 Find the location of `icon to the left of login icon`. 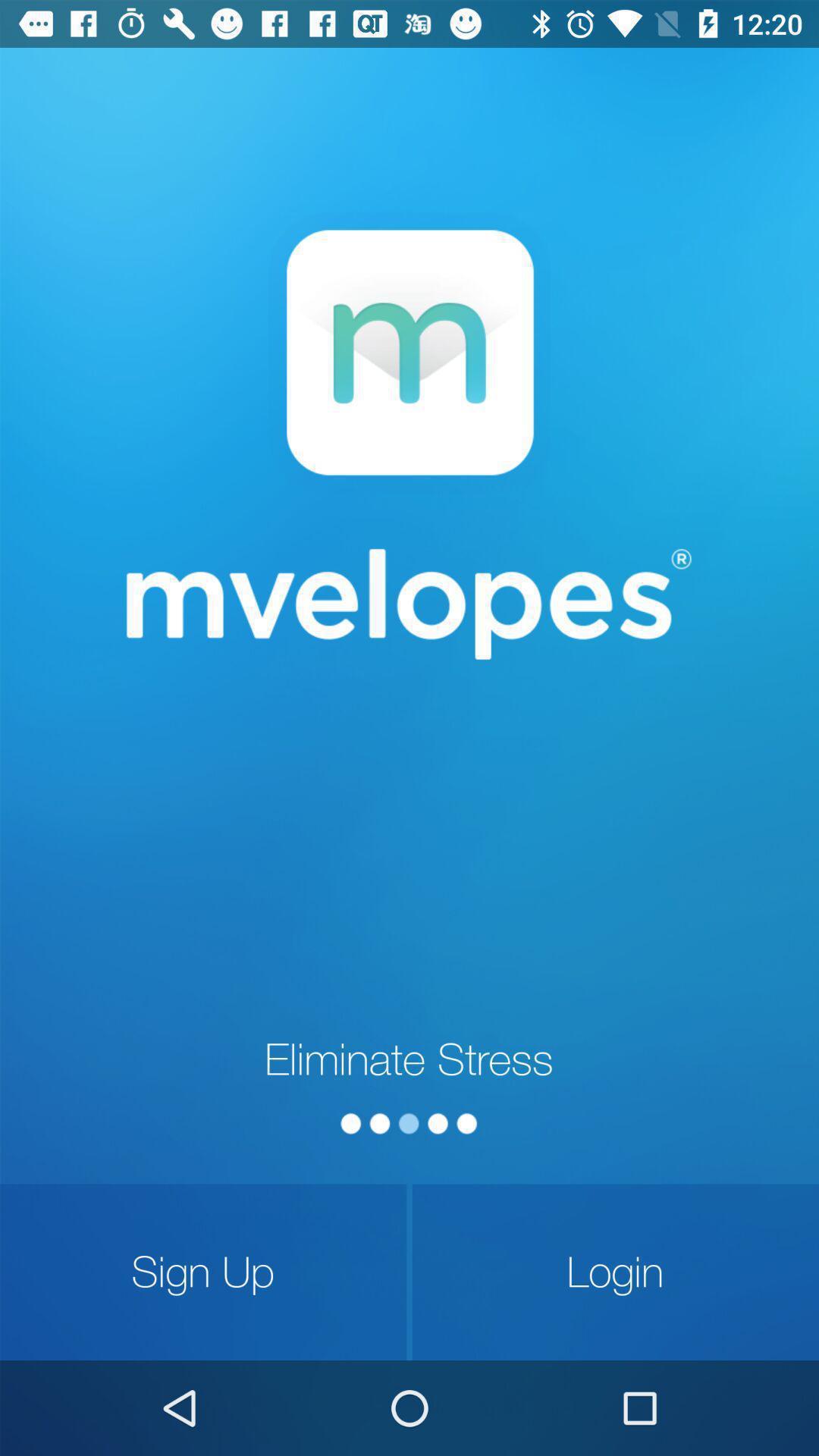

icon to the left of login icon is located at coordinates (202, 1272).